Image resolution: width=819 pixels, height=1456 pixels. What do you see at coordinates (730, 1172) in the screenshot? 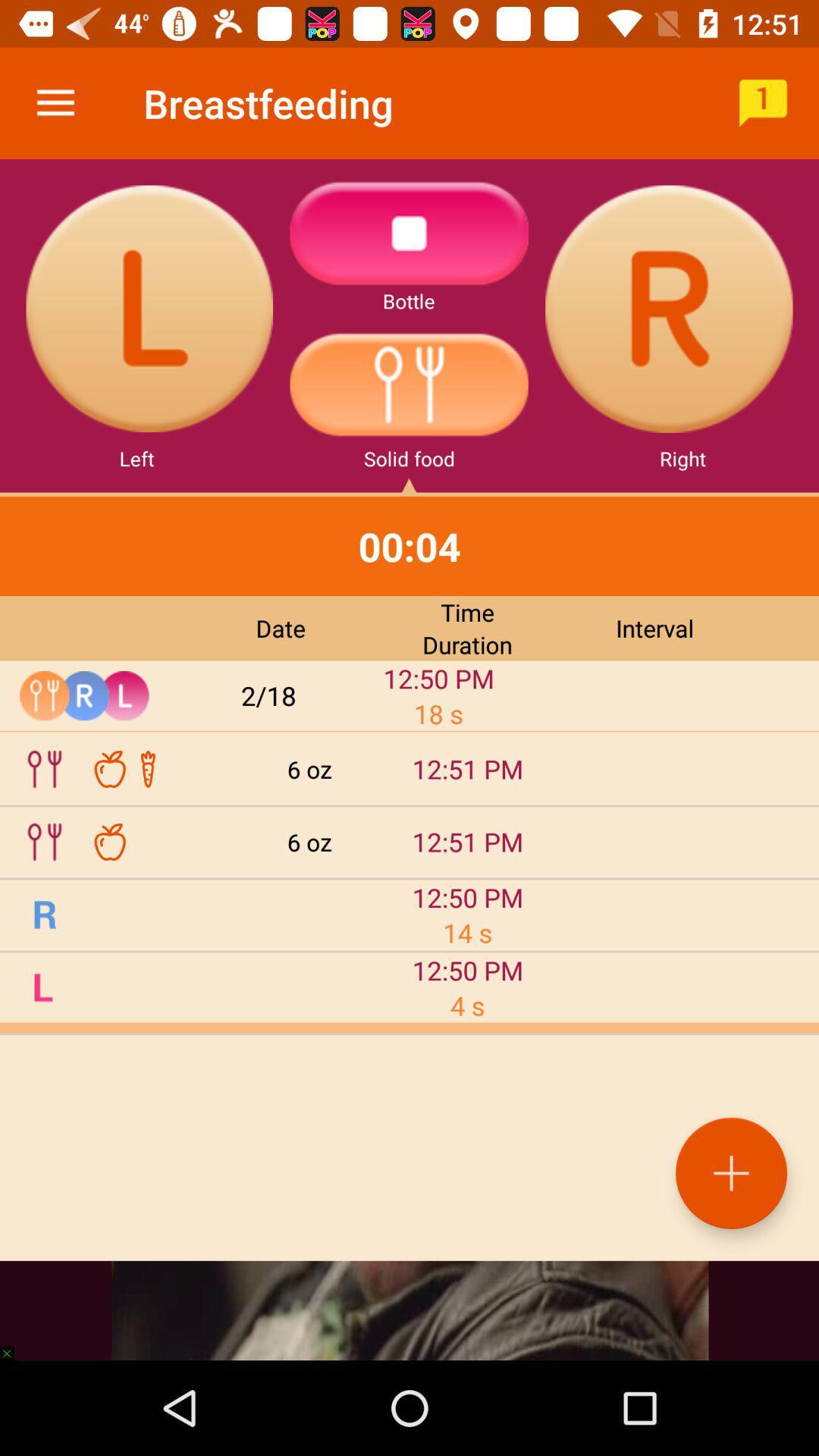
I see `the add icon` at bounding box center [730, 1172].